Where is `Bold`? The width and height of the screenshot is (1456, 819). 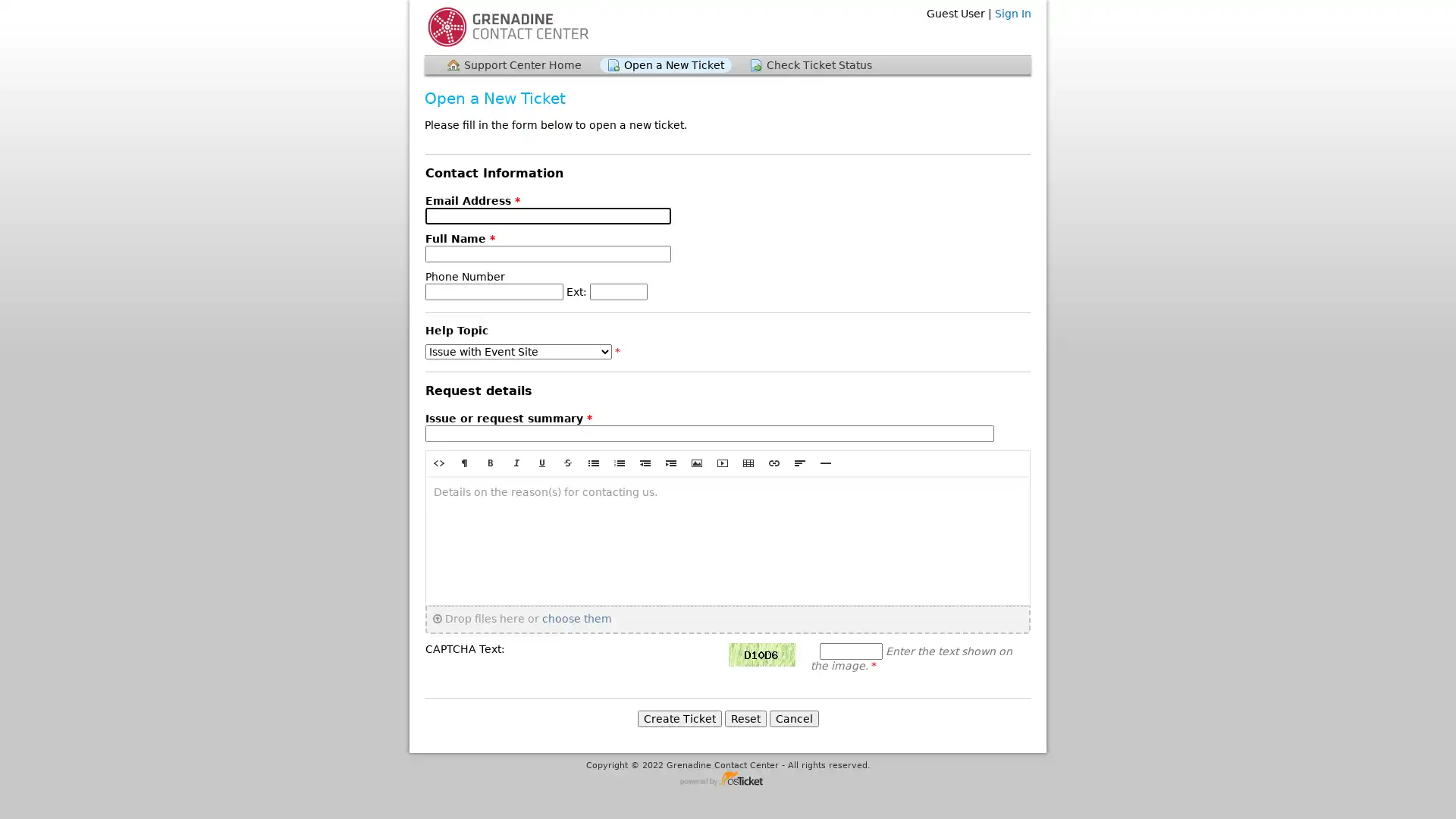
Bold is located at coordinates (491, 462).